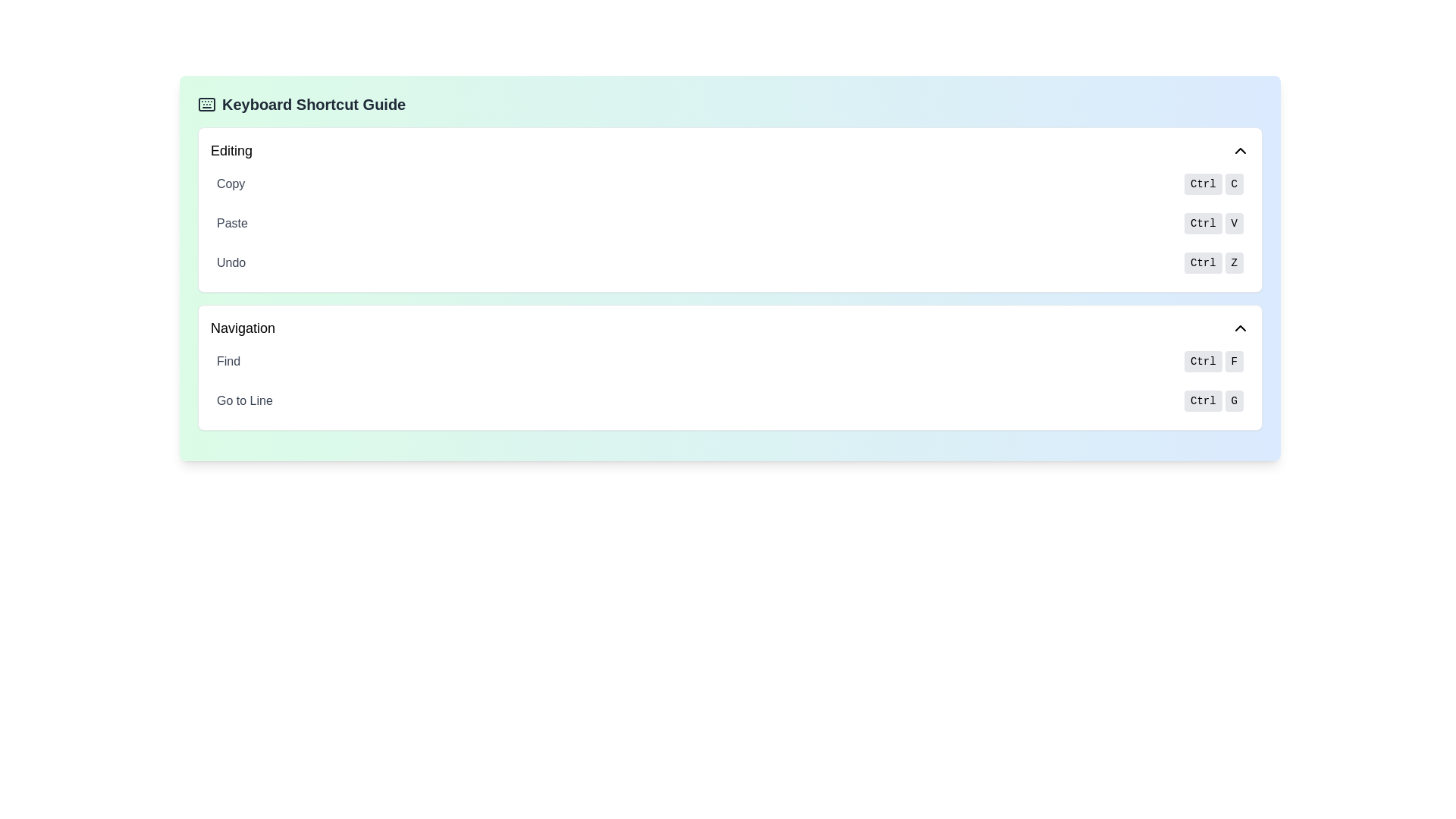  I want to click on the 'Ctrl' button-like label, so click(1213, 223).